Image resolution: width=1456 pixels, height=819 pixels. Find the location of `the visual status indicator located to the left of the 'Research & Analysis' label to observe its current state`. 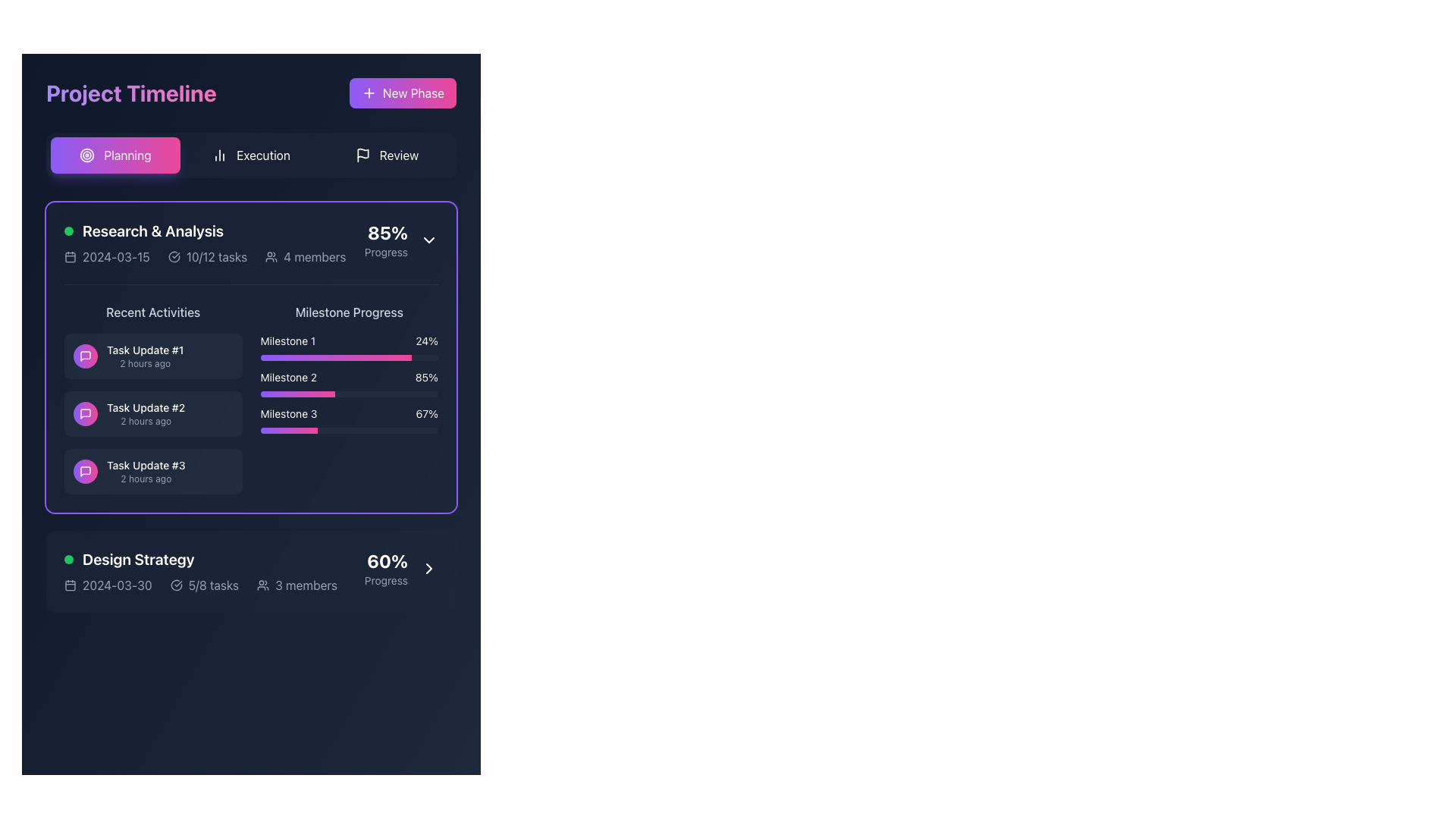

the visual status indicator located to the left of the 'Research & Analysis' label to observe its current state is located at coordinates (68, 231).